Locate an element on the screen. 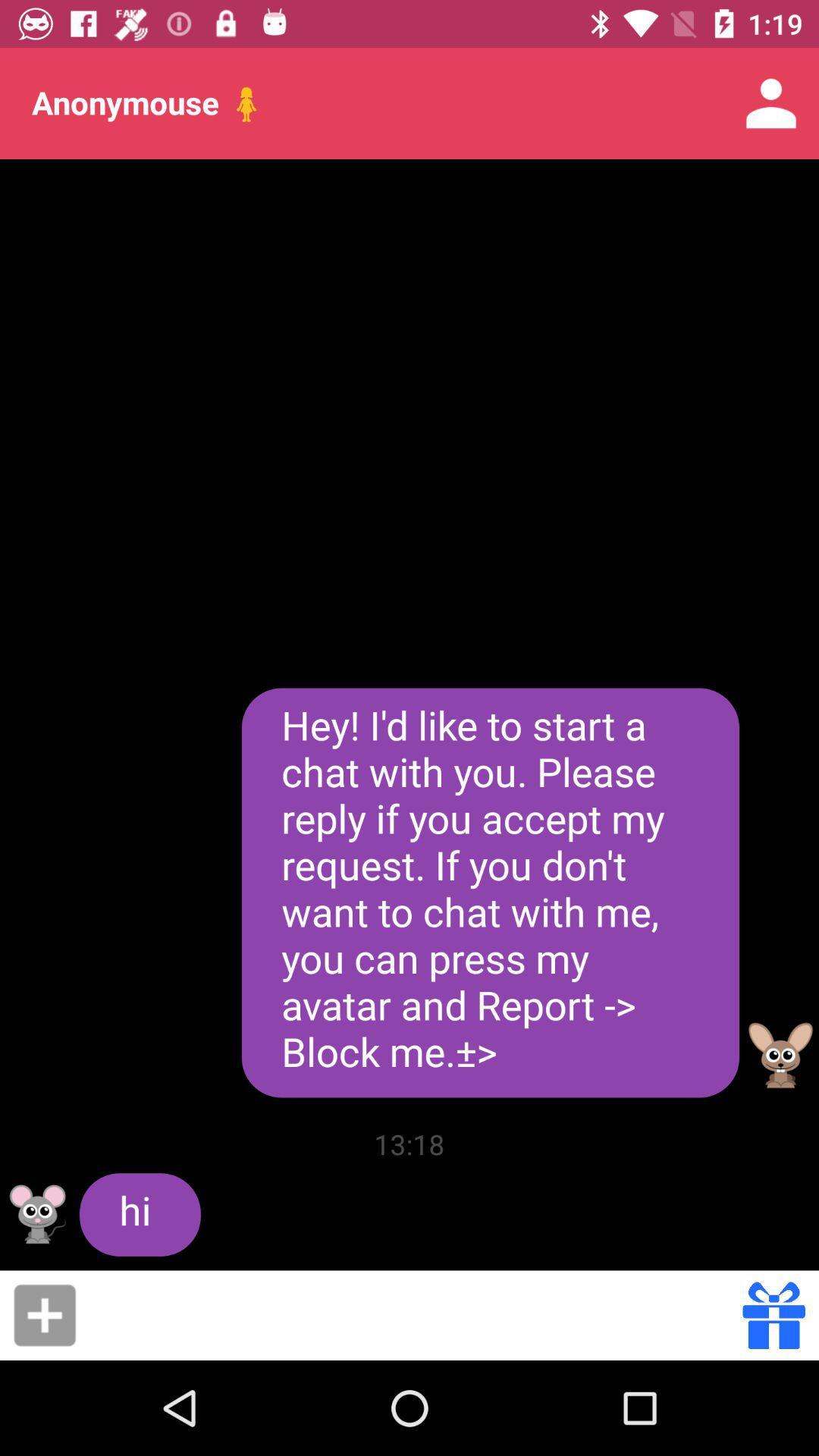 This screenshot has height=1456, width=819. contact is located at coordinates (44, 1314).